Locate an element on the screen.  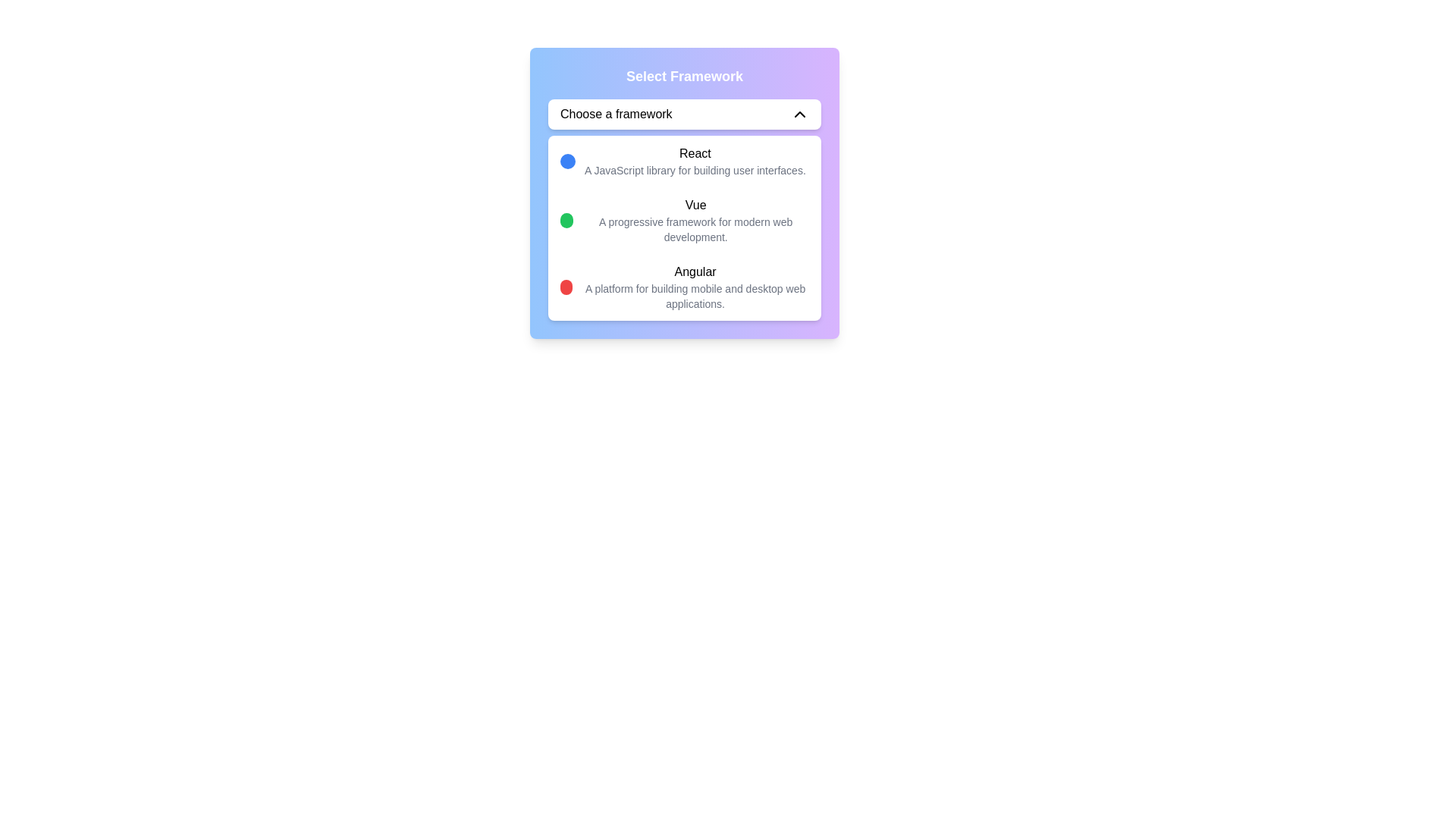
the Dropdown selector for web development framework options is located at coordinates (683, 192).